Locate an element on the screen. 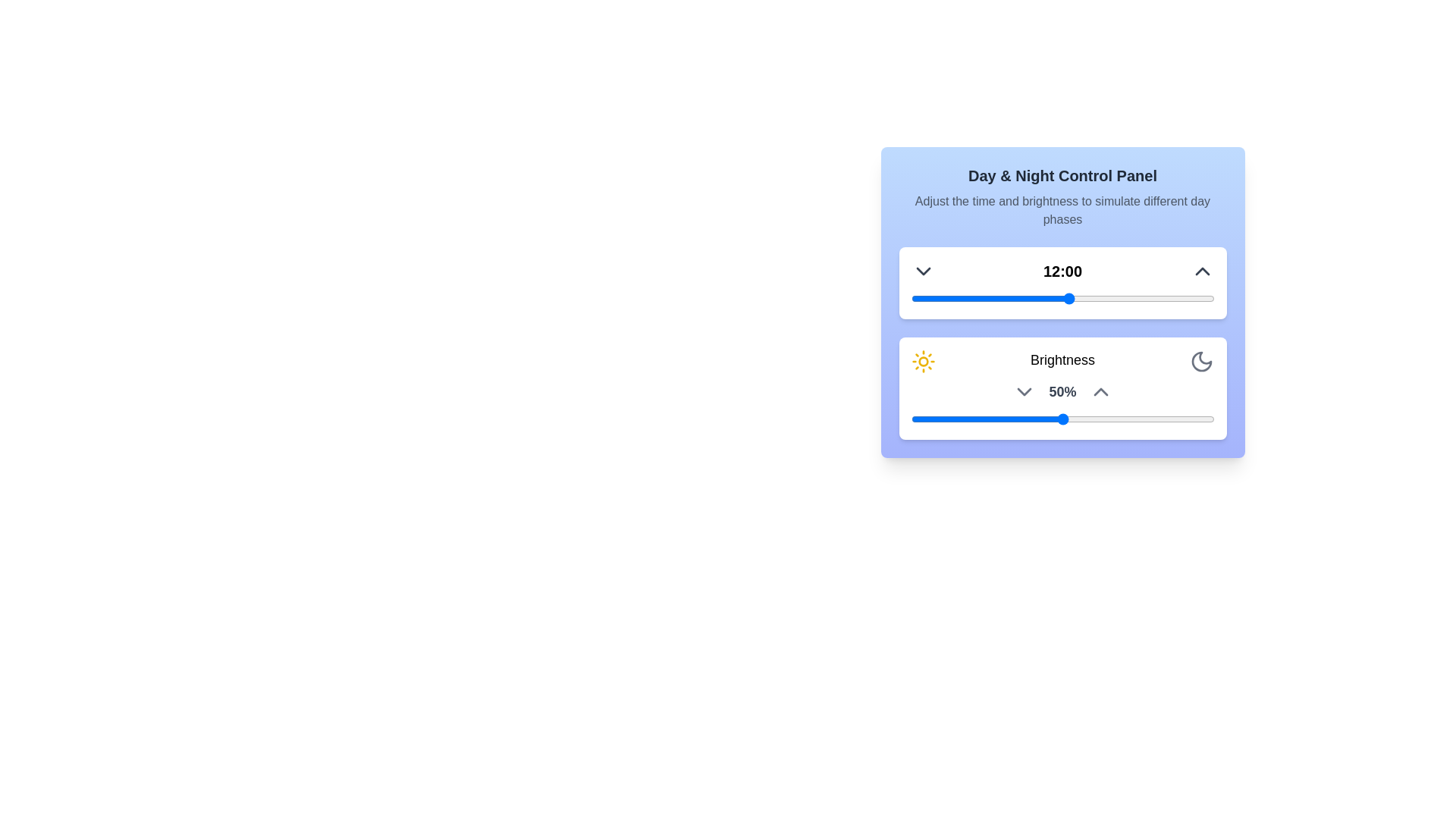 Image resolution: width=1456 pixels, height=819 pixels. the upward triangular arrow button located in the 'Brightness' control section to increase brightness is located at coordinates (1100, 391).